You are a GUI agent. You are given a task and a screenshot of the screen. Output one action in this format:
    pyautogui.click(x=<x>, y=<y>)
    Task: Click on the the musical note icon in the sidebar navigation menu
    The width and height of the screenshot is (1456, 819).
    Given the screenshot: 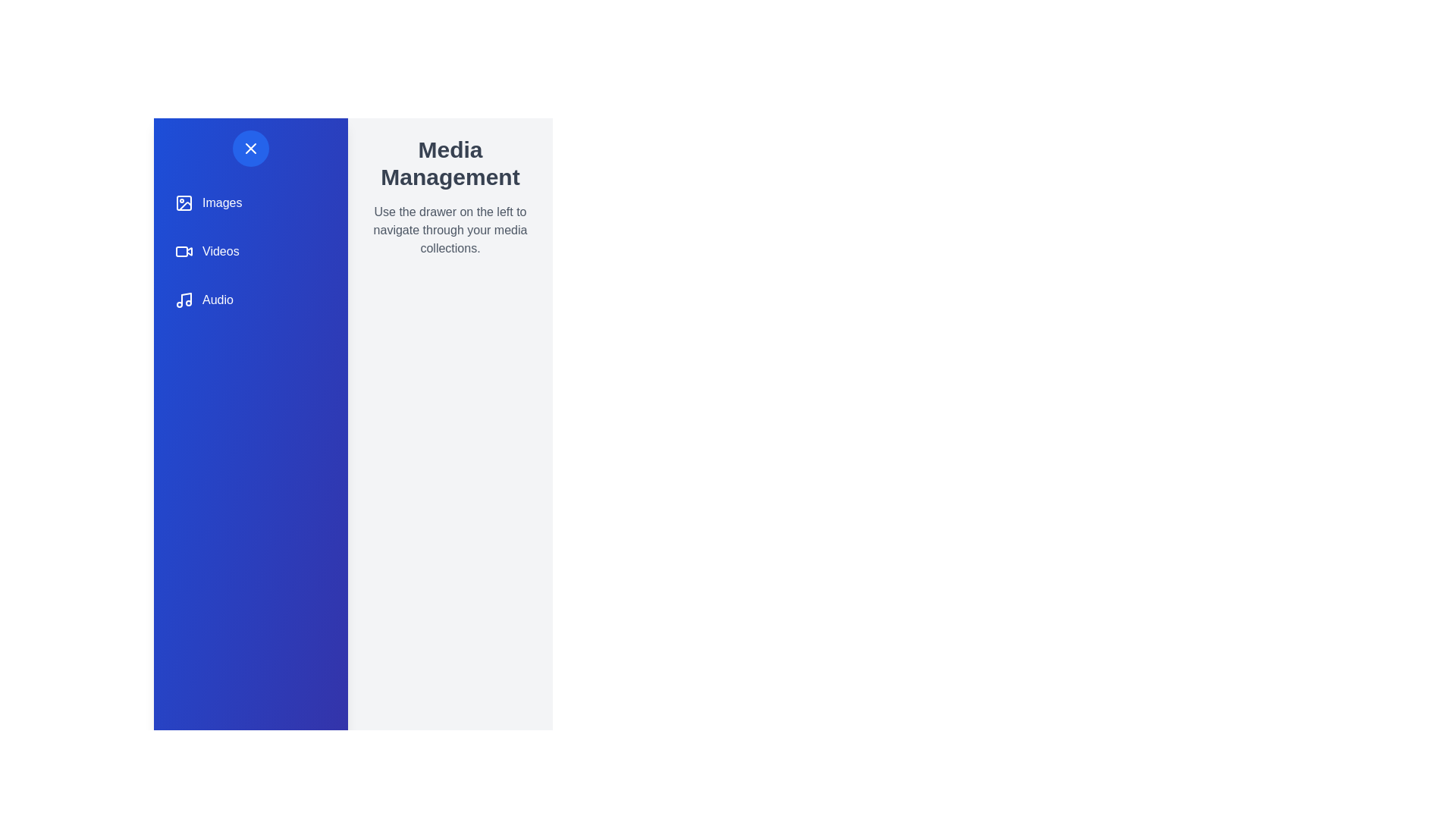 What is the action you would take?
    pyautogui.click(x=184, y=300)
    